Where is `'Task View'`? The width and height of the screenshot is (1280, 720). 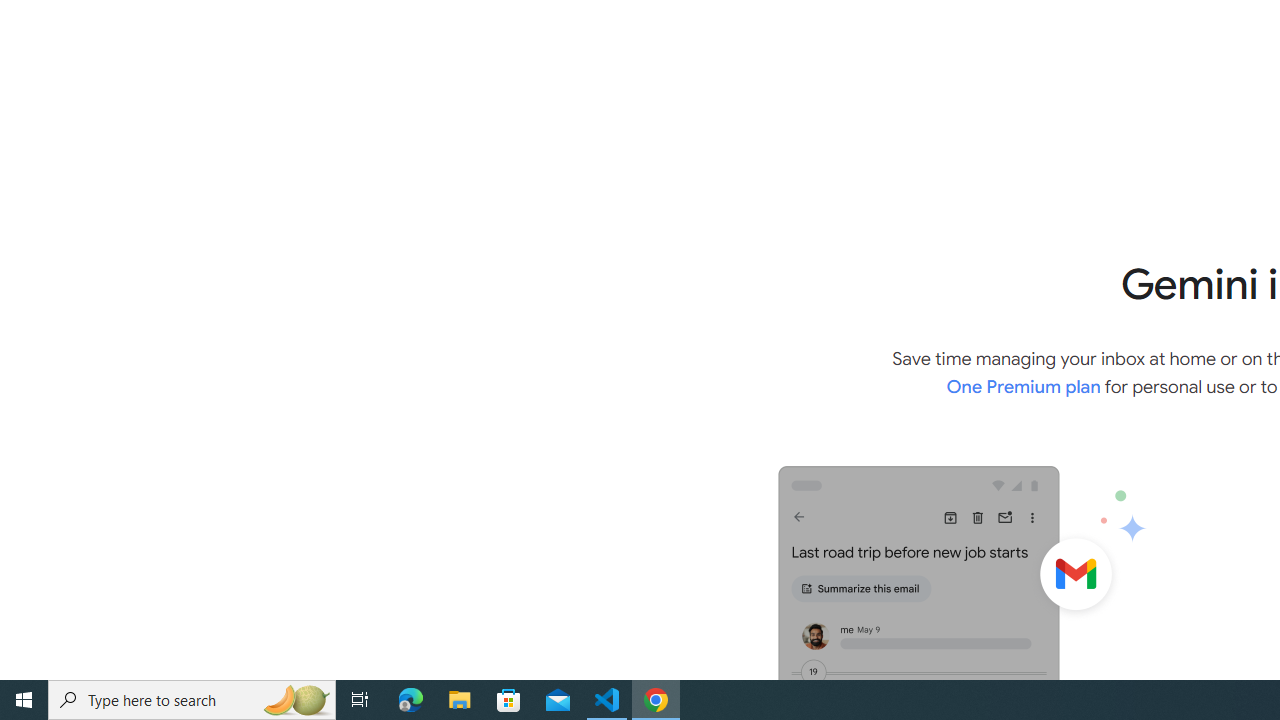
'Task View' is located at coordinates (359, 698).